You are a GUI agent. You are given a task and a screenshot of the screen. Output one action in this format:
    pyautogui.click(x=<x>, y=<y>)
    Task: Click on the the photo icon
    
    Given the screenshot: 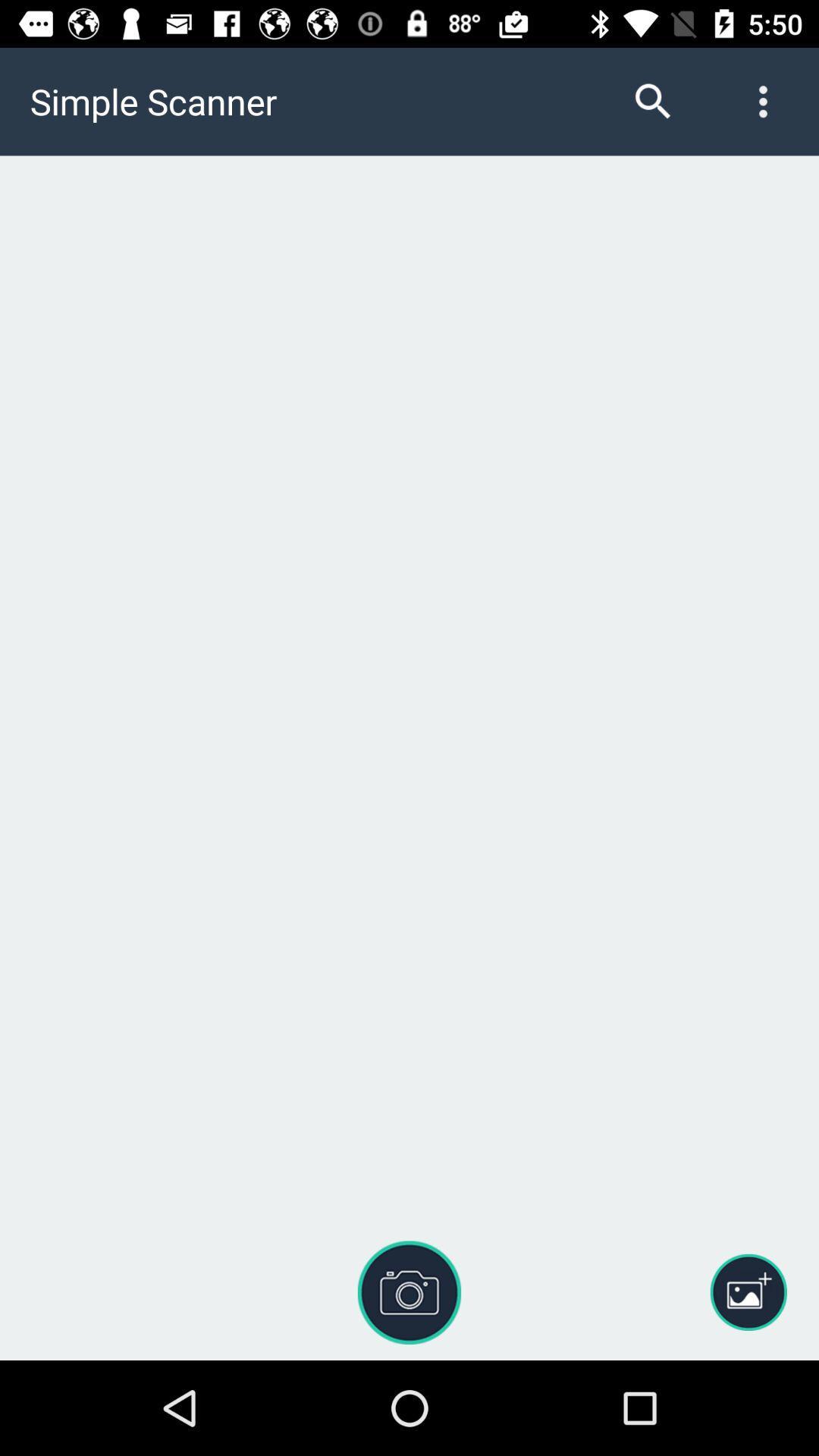 What is the action you would take?
    pyautogui.click(x=409, y=1291)
    